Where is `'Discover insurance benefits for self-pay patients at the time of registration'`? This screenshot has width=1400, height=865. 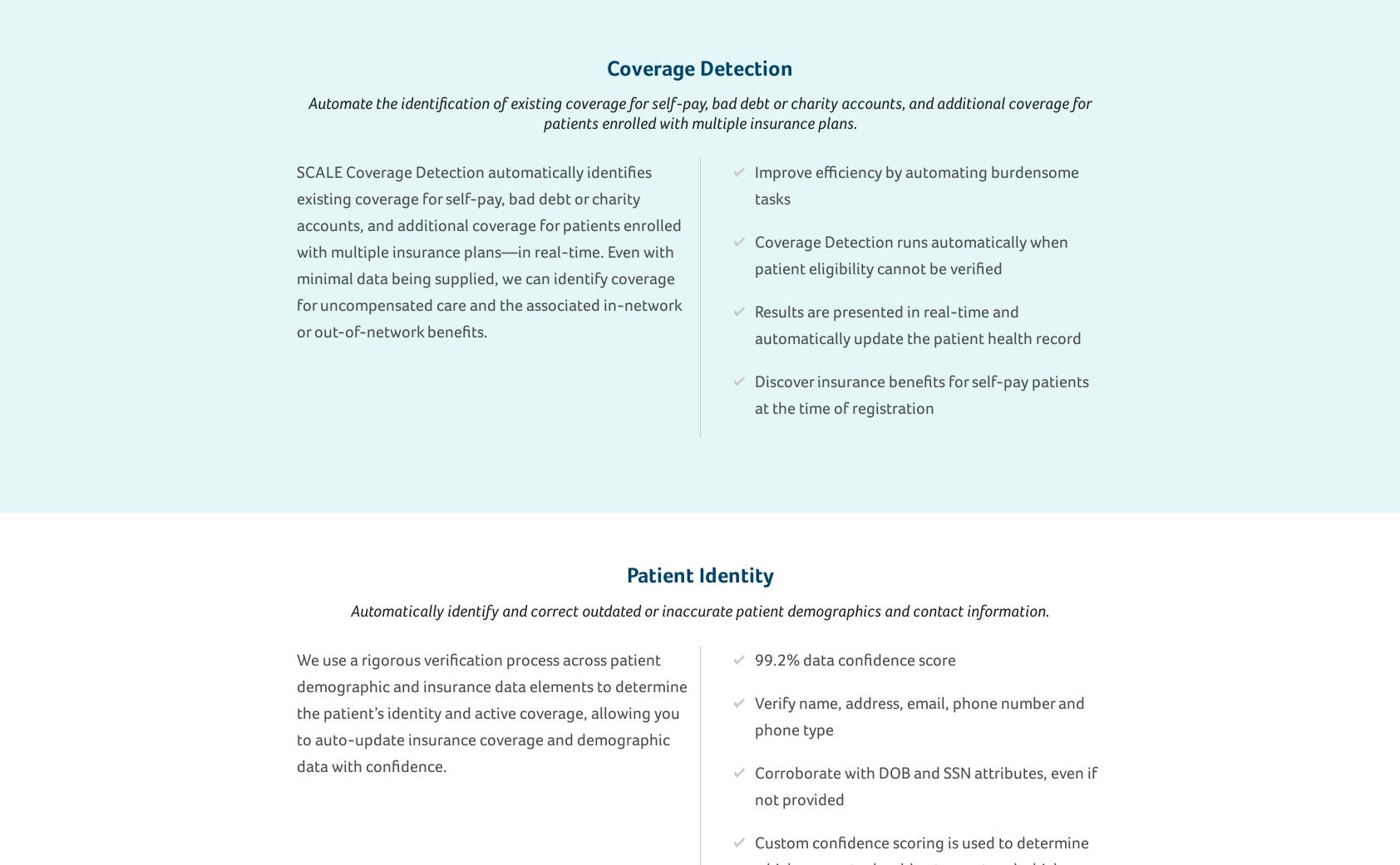 'Discover insurance benefits for self-pay patients at the time of registration' is located at coordinates (922, 394).